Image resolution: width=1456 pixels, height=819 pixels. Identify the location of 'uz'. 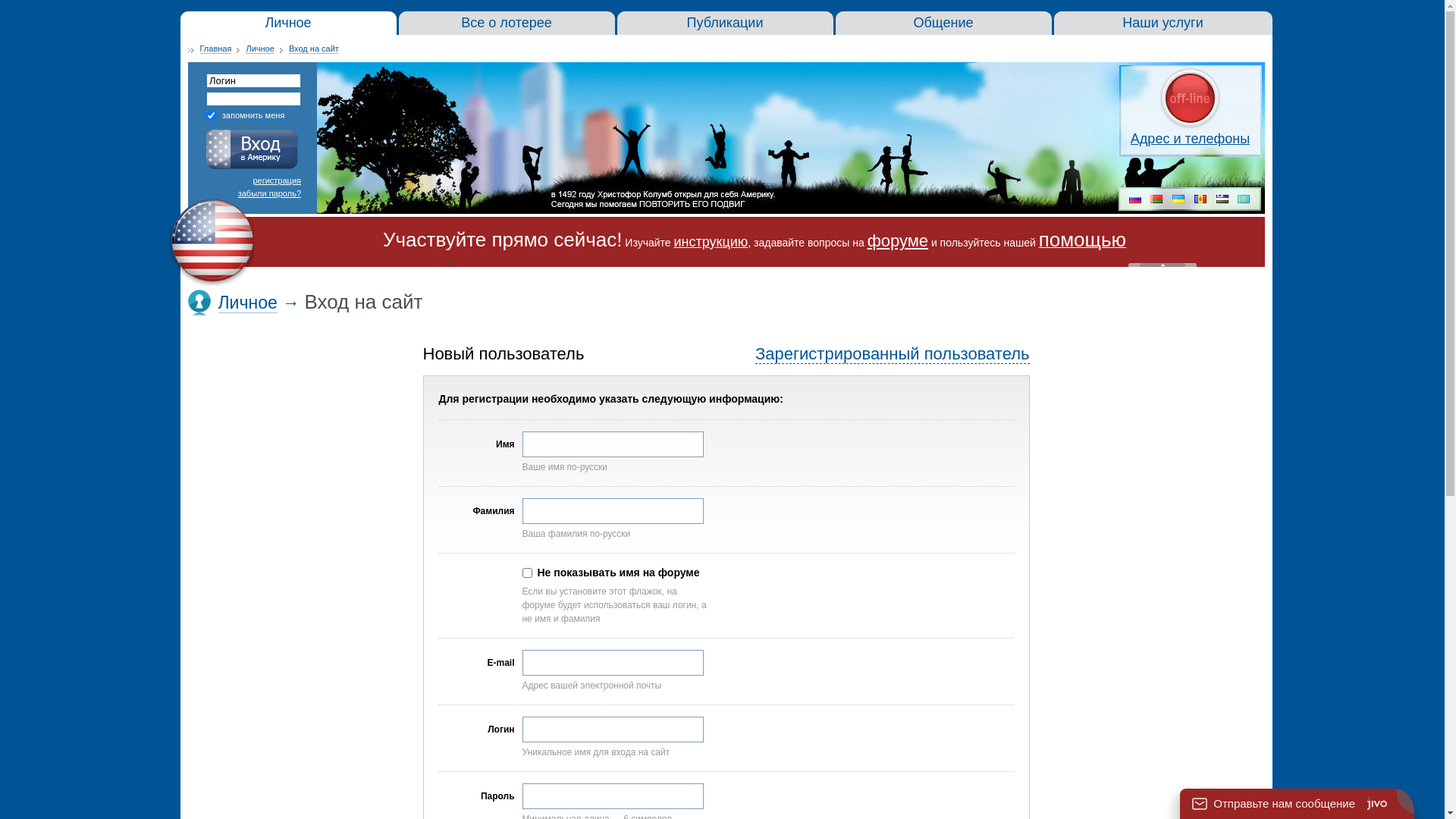
(1222, 199).